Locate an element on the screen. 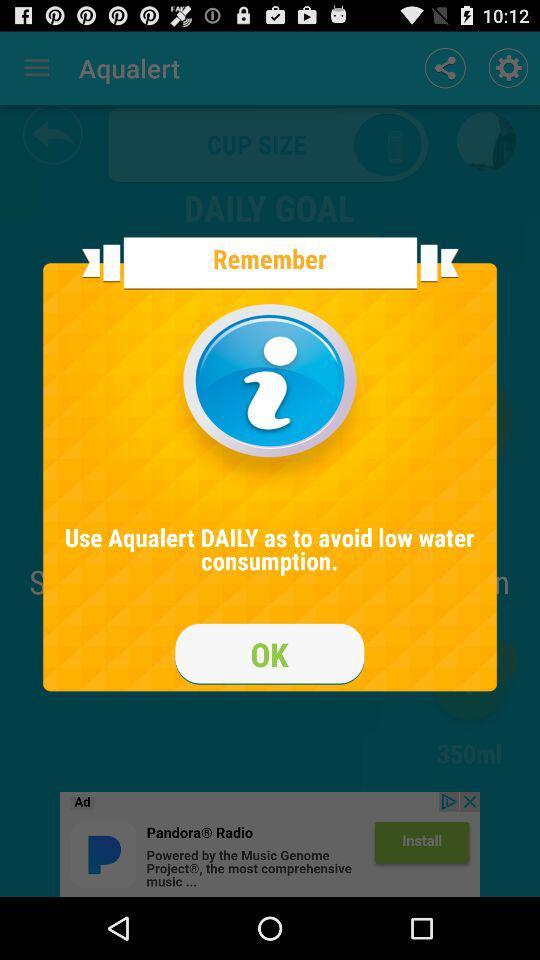 Image resolution: width=540 pixels, height=960 pixels. done option is located at coordinates (269, 653).